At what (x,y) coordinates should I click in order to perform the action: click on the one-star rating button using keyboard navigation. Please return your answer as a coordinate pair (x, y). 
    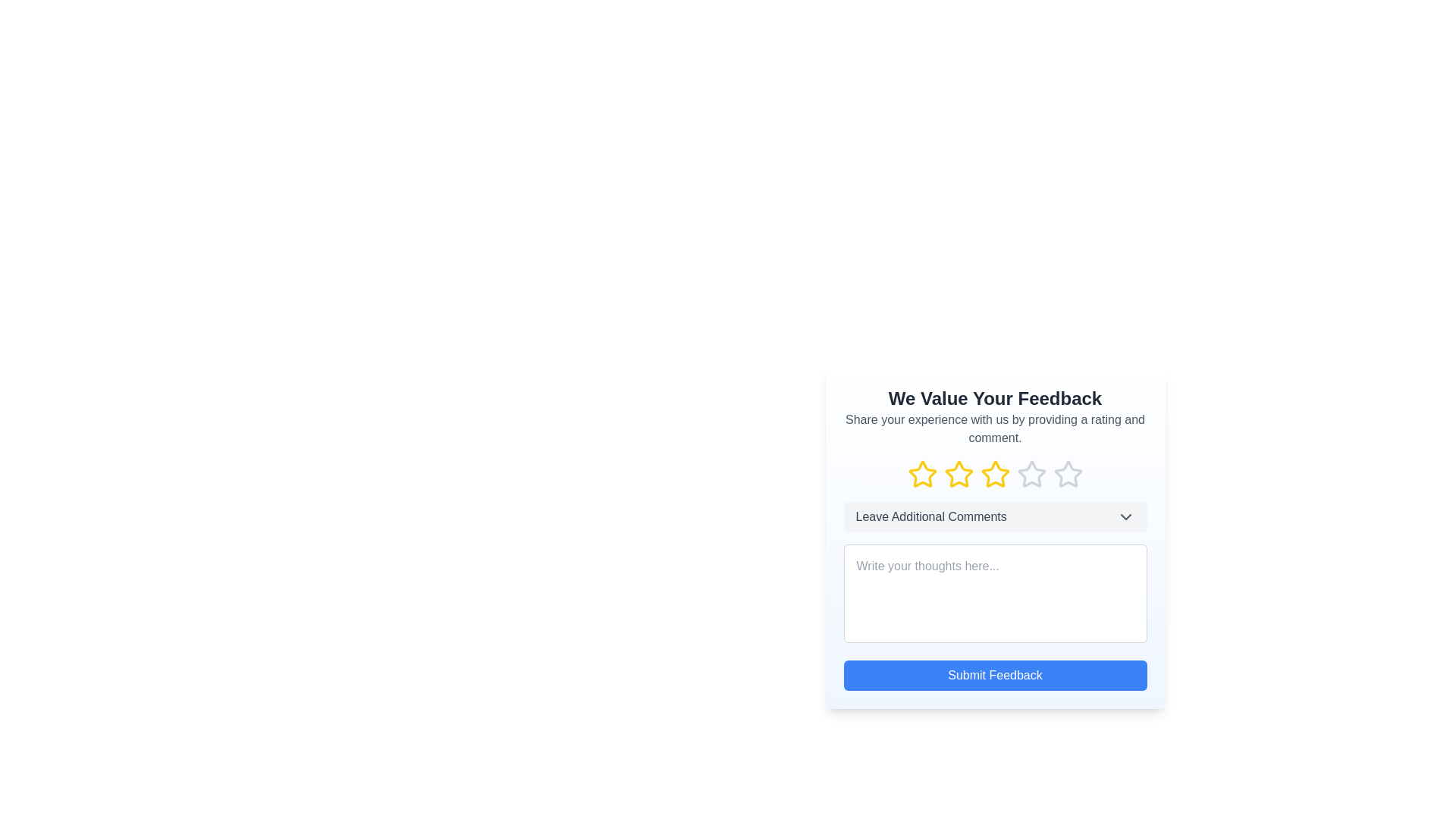
    Looking at the image, I should click on (921, 473).